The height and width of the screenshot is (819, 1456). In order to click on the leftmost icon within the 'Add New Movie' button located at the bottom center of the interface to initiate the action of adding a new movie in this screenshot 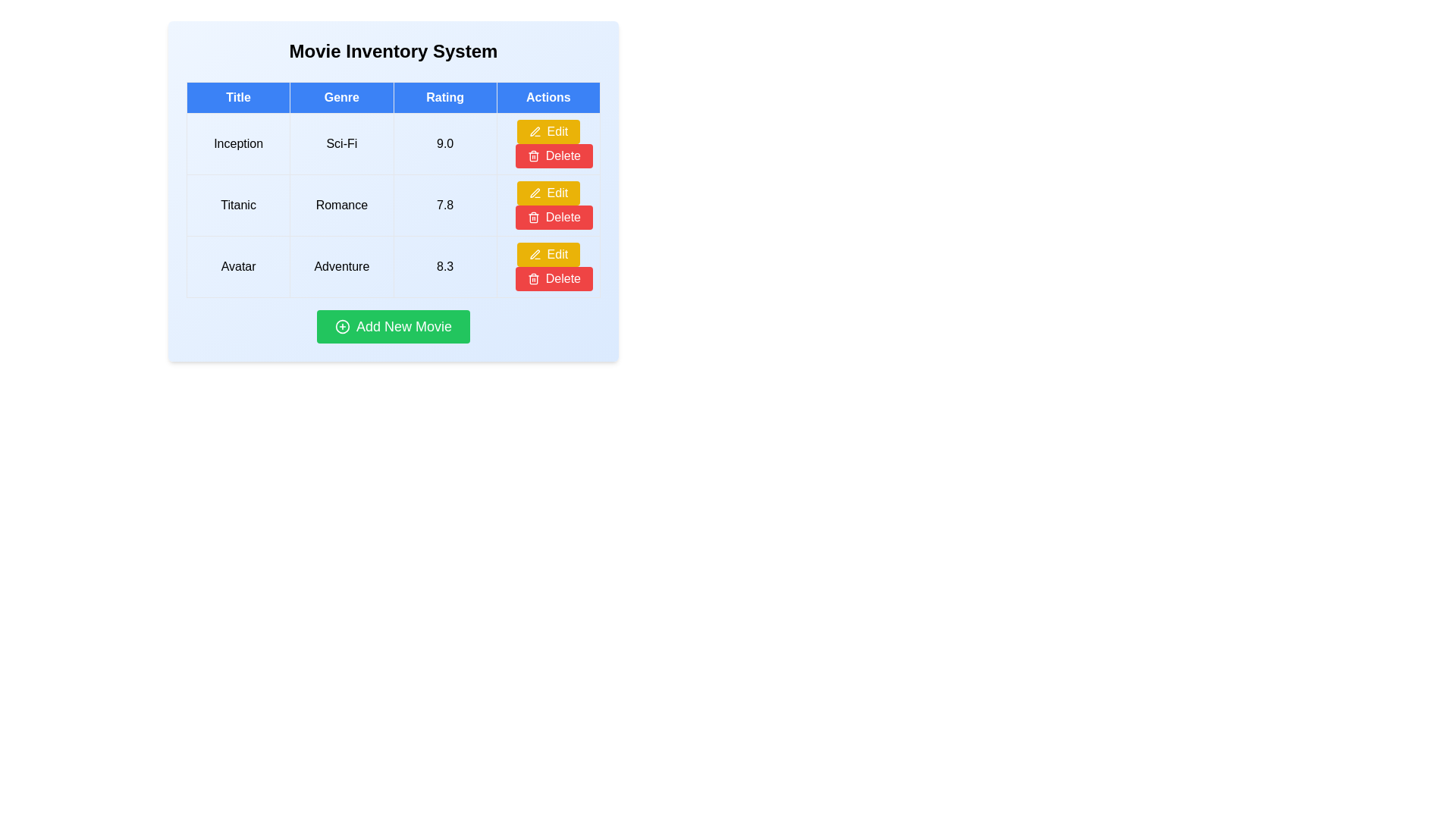, I will do `click(341, 326)`.